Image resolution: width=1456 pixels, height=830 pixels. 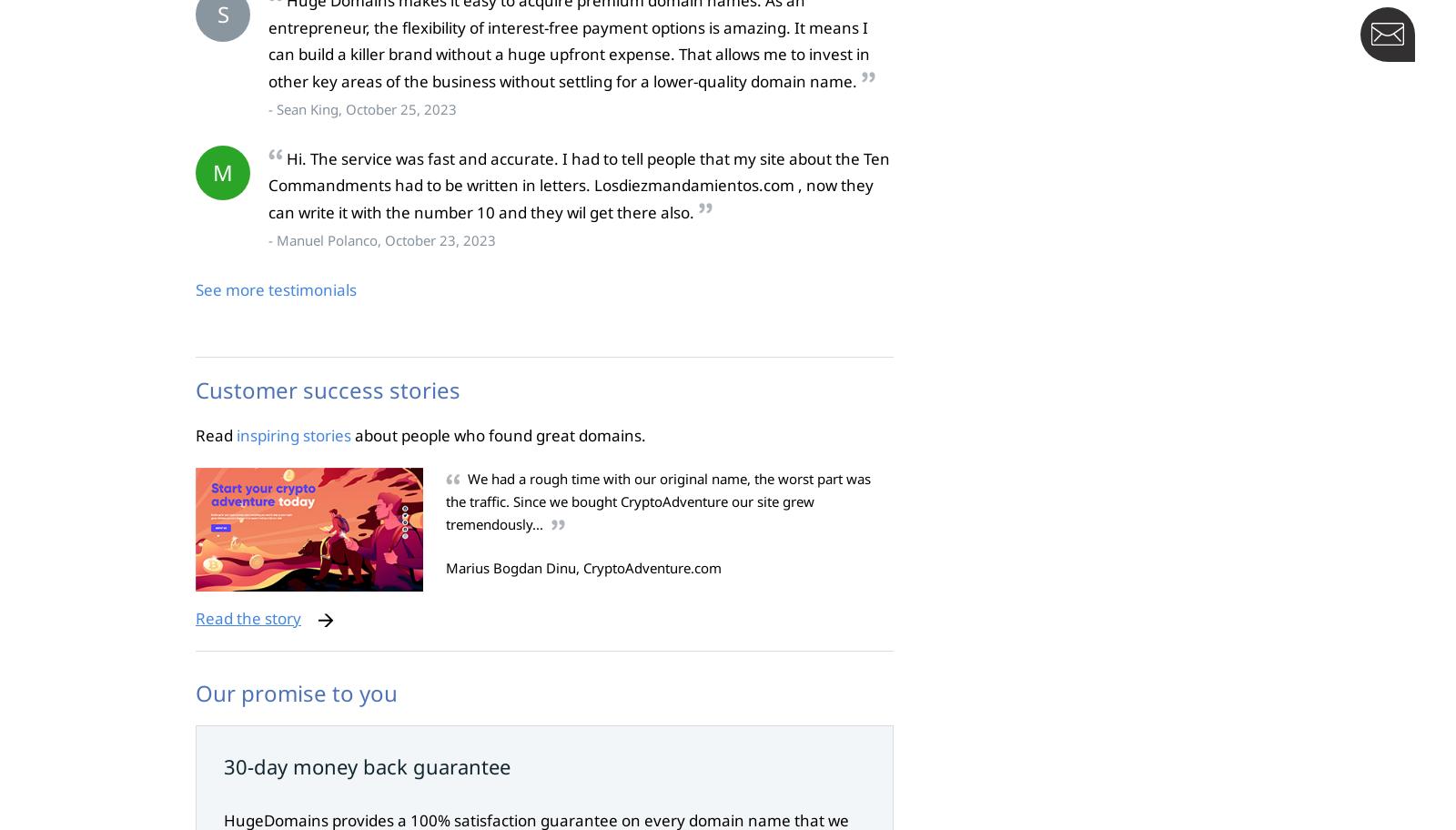 I want to click on '30-day money back guarantee', so click(x=366, y=765).